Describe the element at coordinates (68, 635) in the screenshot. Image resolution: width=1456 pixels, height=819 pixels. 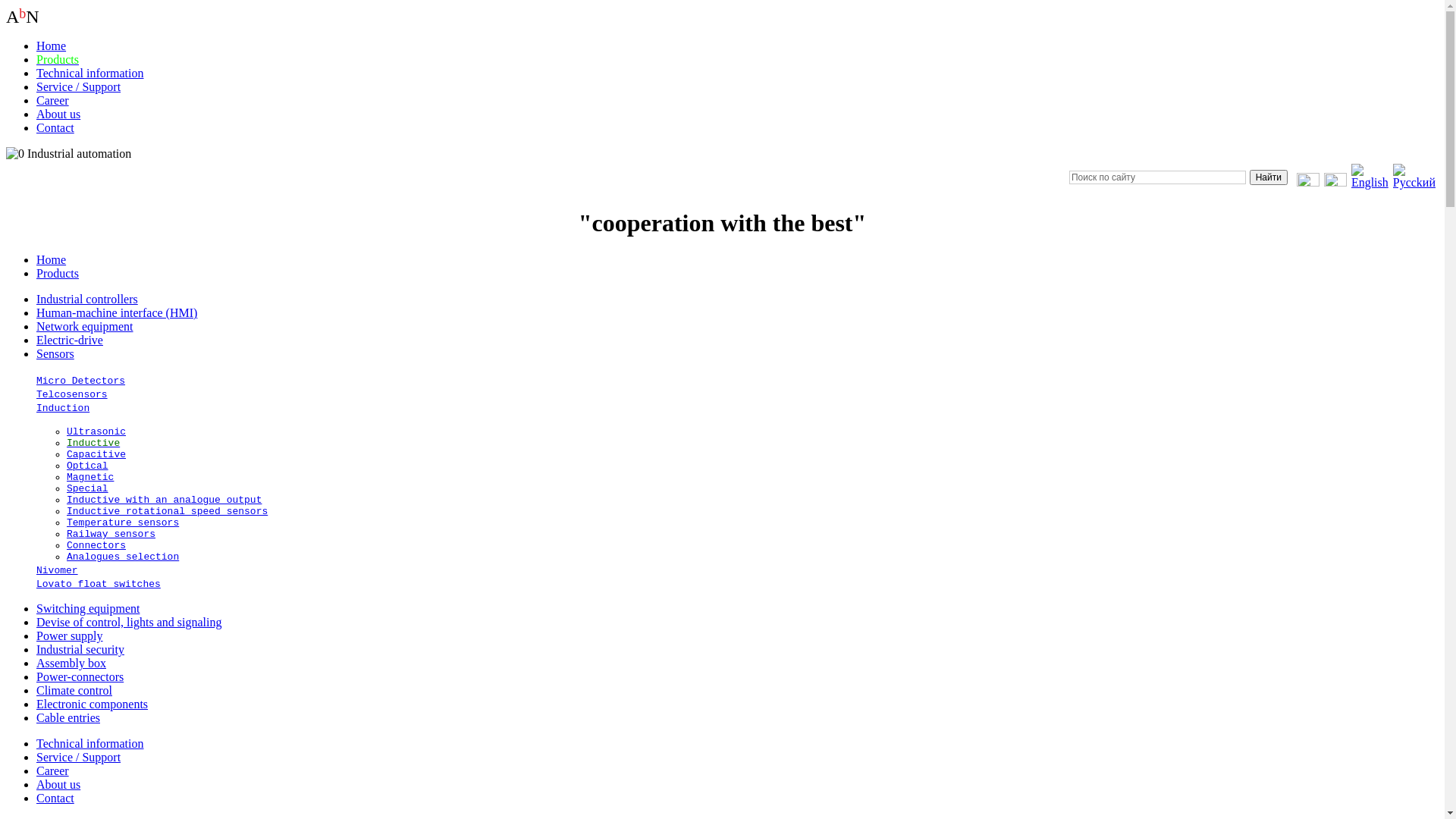
I see `'Power supply'` at that location.